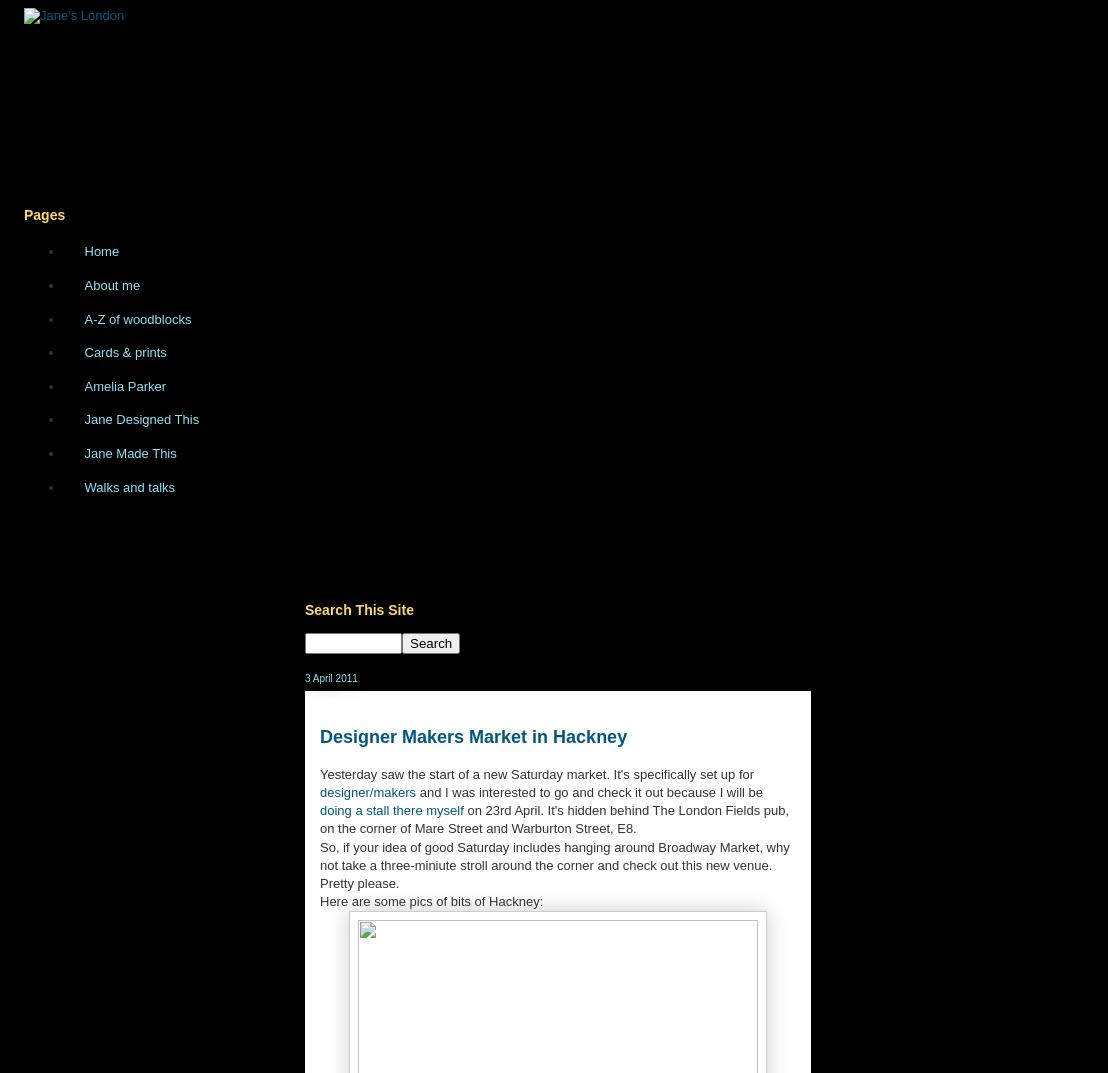  Describe the element at coordinates (82, 485) in the screenshot. I see `'Walks and talks'` at that location.